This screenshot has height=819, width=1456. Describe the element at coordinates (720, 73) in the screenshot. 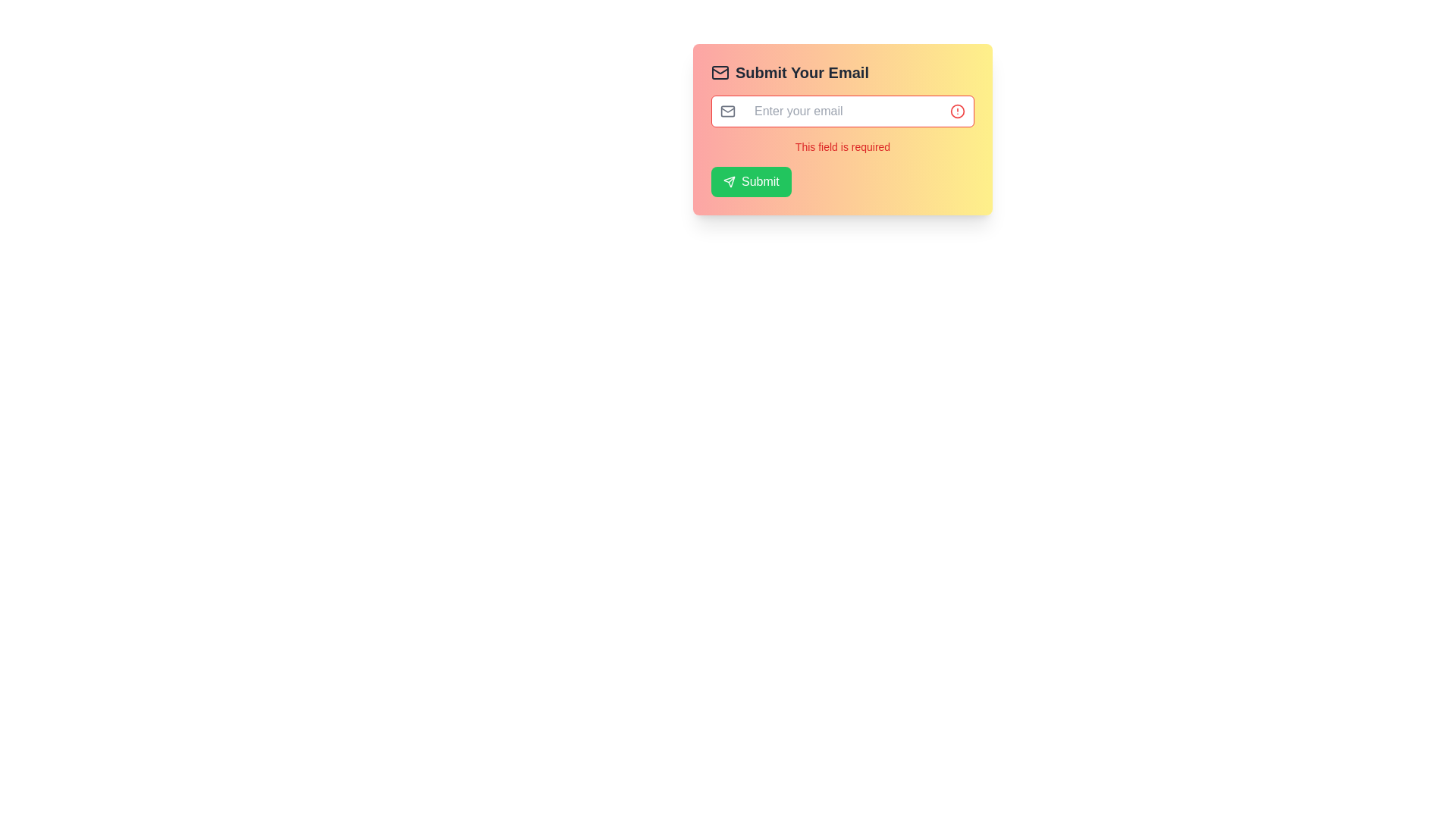

I see `the black outlined envelope icon positioned to the left of the 'Submit Your Email' text` at that location.